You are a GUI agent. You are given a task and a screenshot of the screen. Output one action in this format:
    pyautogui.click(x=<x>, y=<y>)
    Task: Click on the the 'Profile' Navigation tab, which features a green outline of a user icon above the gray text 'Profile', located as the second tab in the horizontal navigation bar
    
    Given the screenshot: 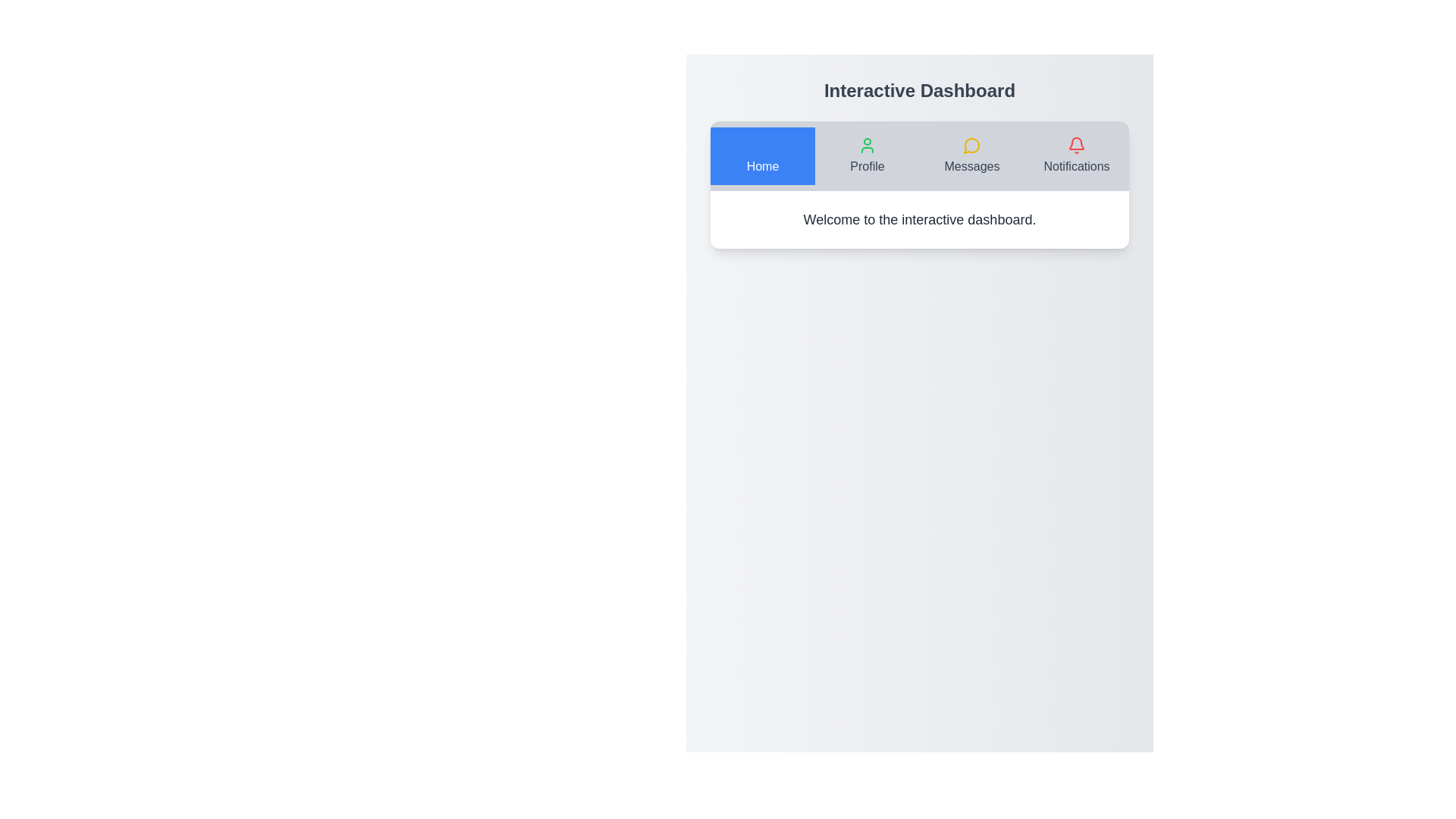 What is the action you would take?
    pyautogui.click(x=867, y=155)
    